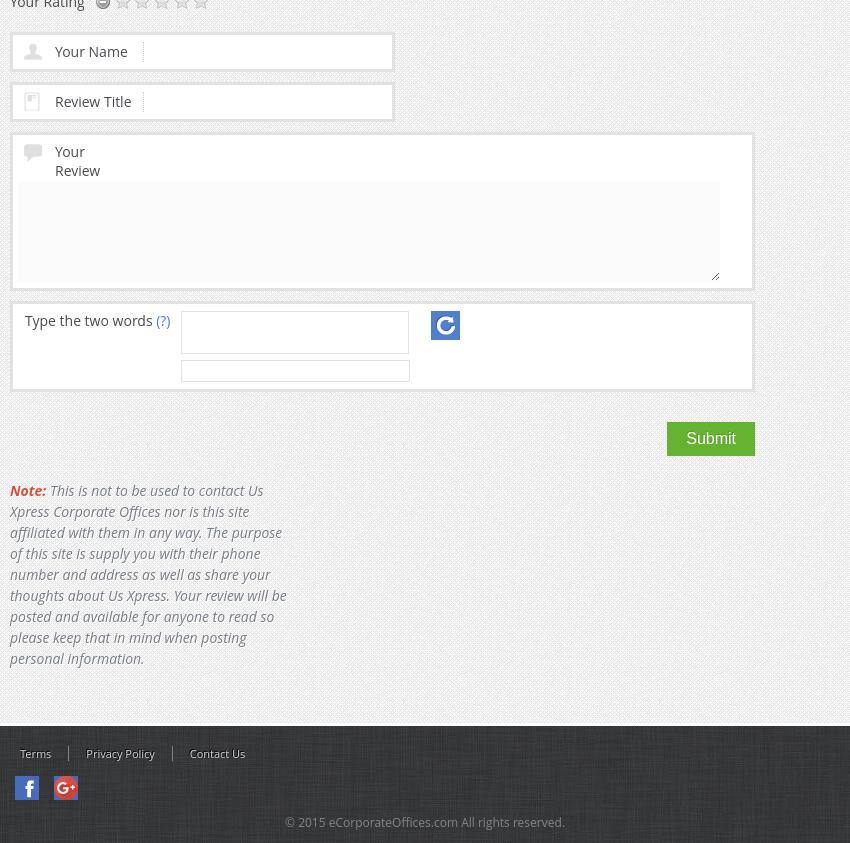 The width and height of the screenshot is (850, 843). Describe the element at coordinates (77, 160) in the screenshot. I see `'Your Review'` at that location.